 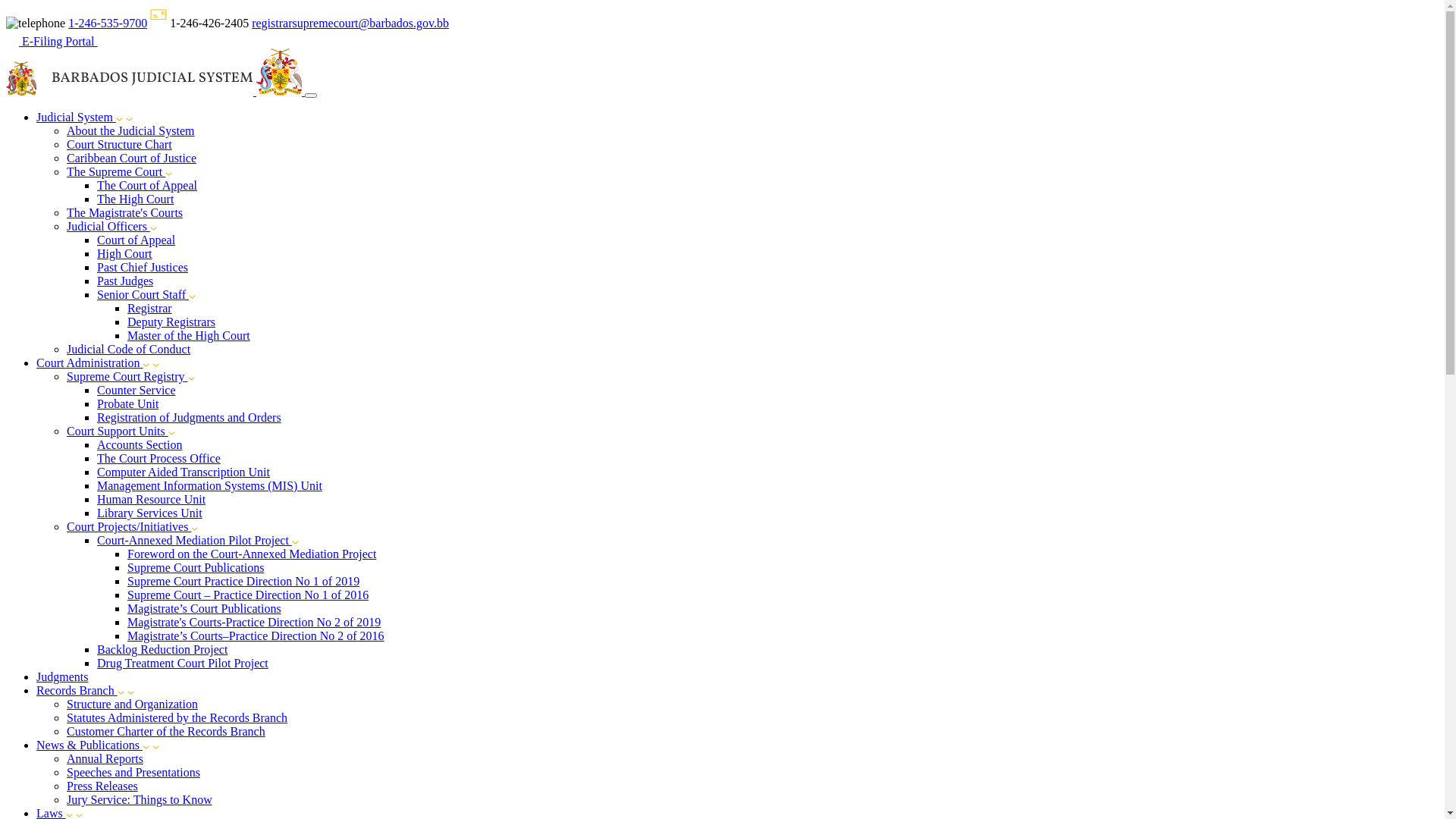 What do you see at coordinates (36, 362) in the screenshot?
I see `'Court Administration'` at bounding box center [36, 362].